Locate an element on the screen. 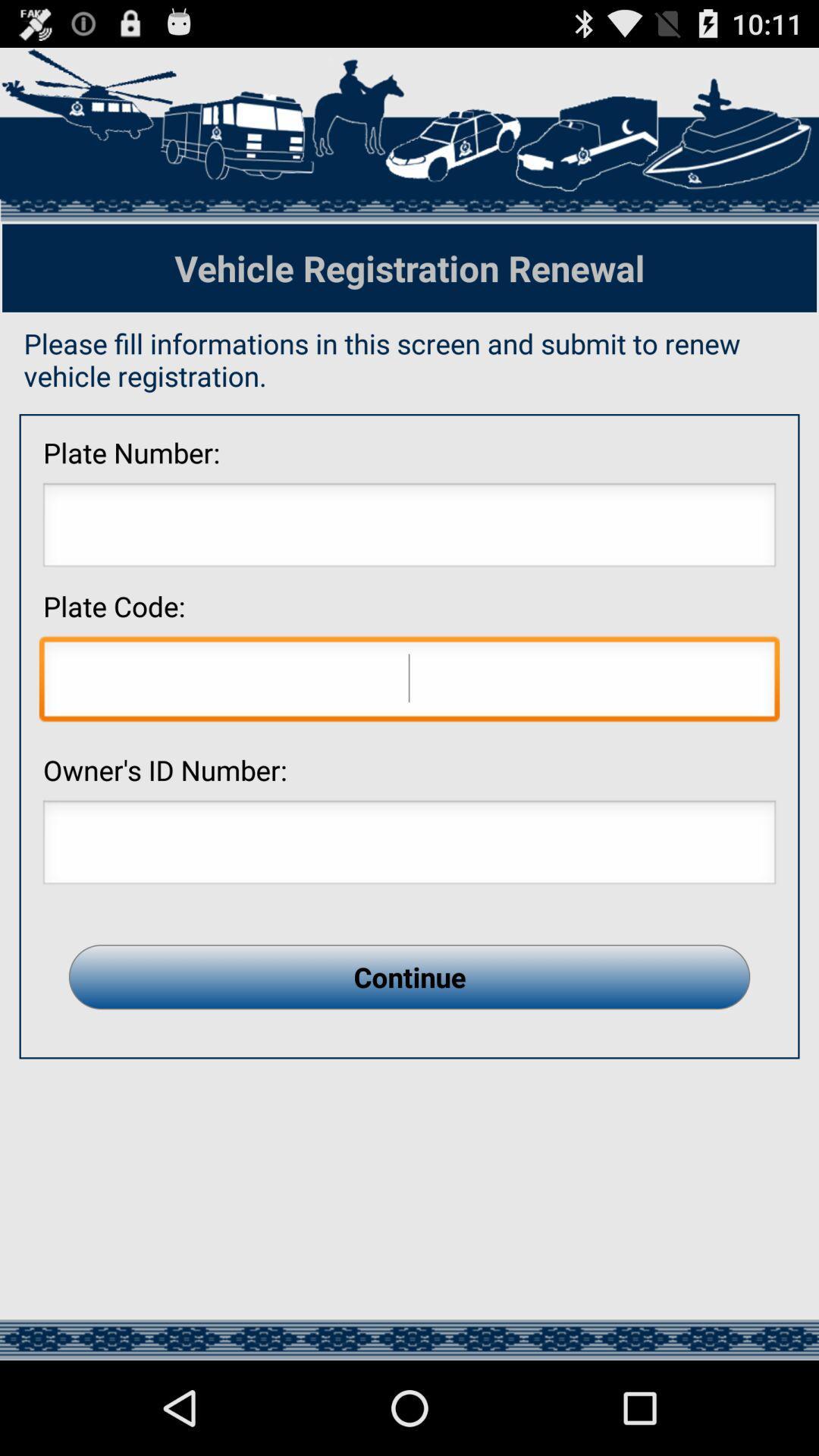 This screenshot has width=819, height=1456. name button is located at coordinates (409, 846).